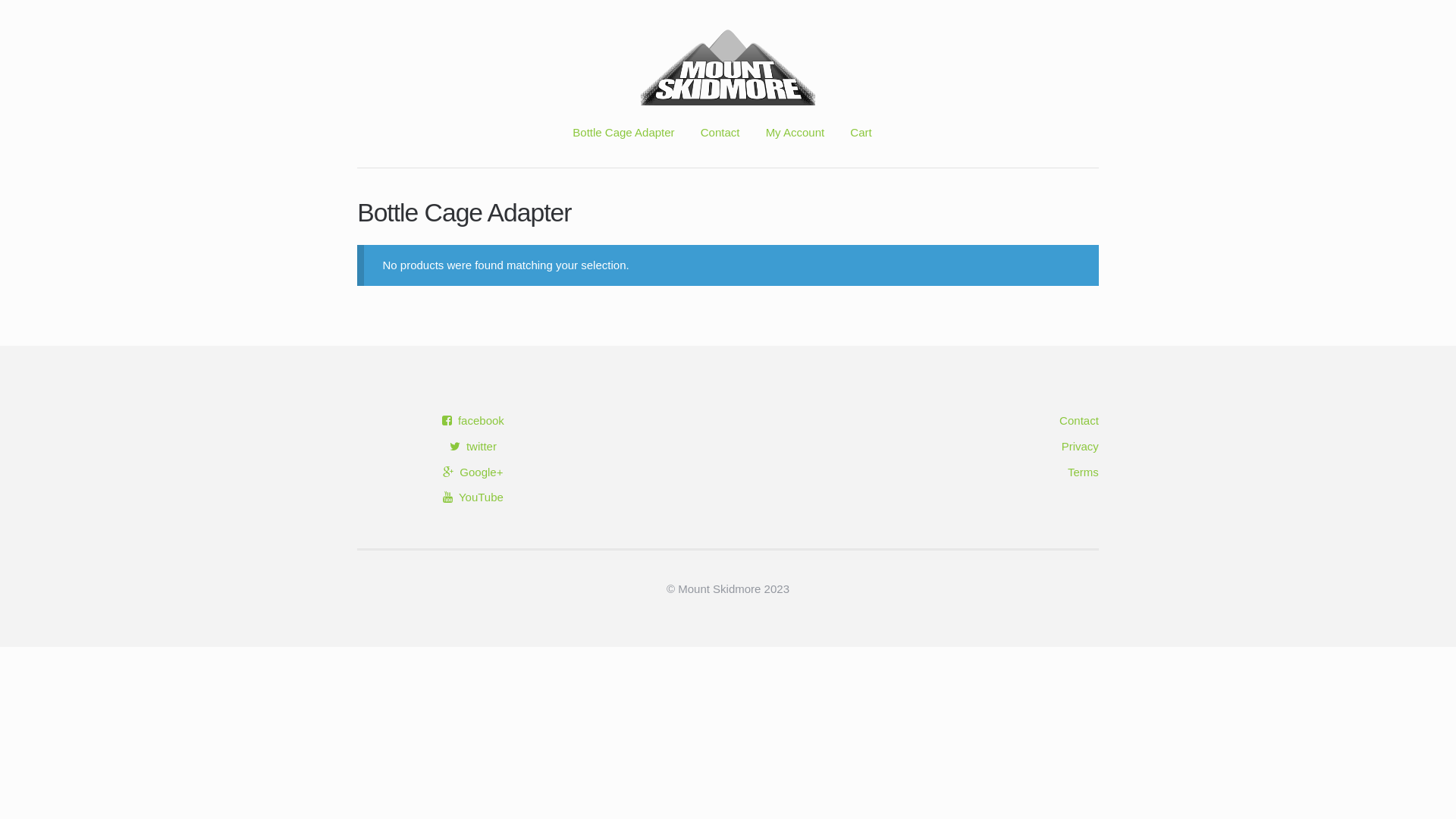  What do you see at coordinates (472, 497) in the screenshot?
I see `'YouTube'` at bounding box center [472, 497].